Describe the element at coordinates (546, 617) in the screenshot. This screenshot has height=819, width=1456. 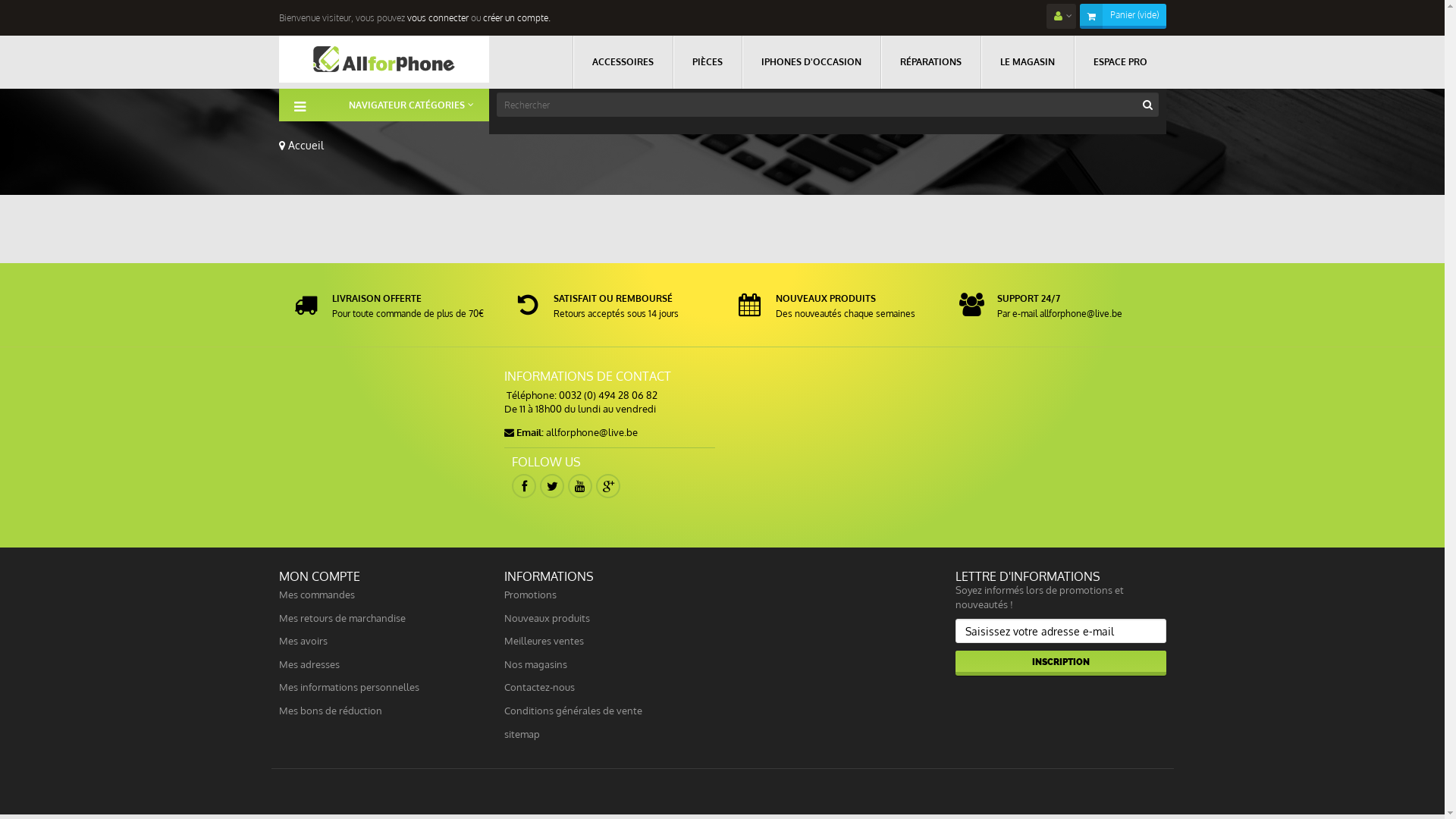
I see `'Nouveaux produits'` at that location.